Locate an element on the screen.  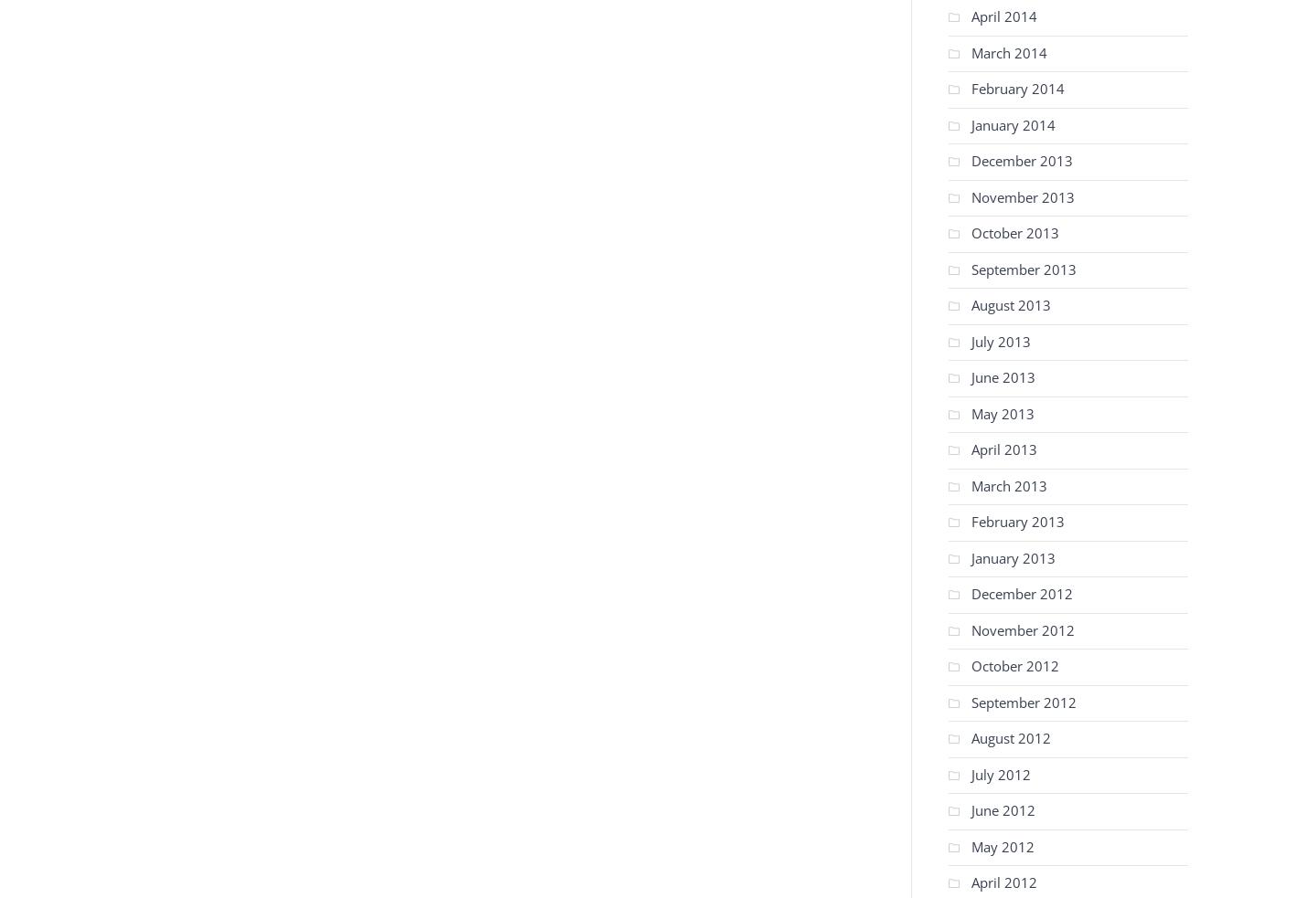
'July 2013' is located at coordinates (1000, 340).